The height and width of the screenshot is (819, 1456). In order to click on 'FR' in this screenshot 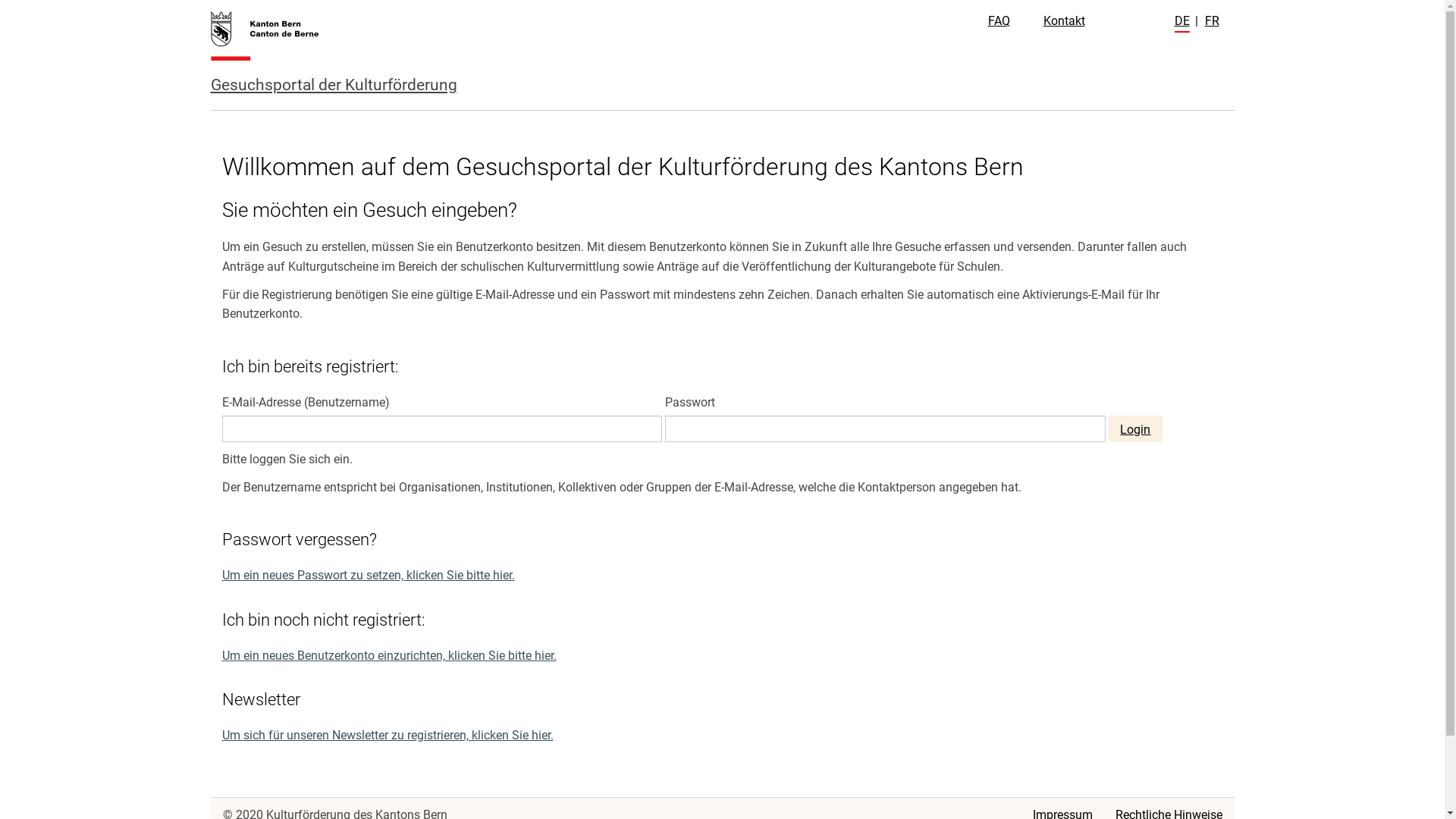, I will do `click(1203, 20)`.